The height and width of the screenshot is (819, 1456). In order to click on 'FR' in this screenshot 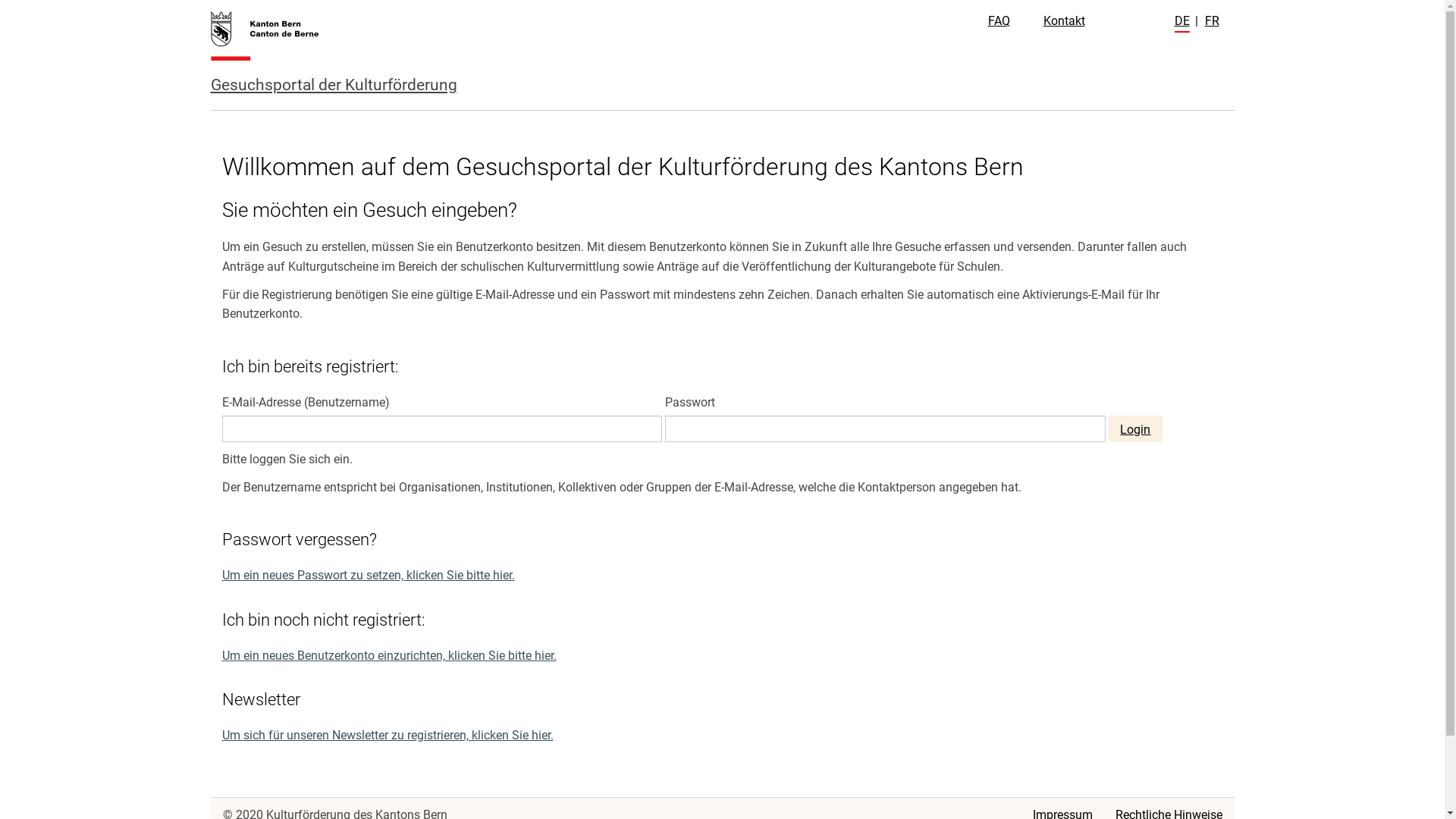, I will do `click(1203, 20)`.